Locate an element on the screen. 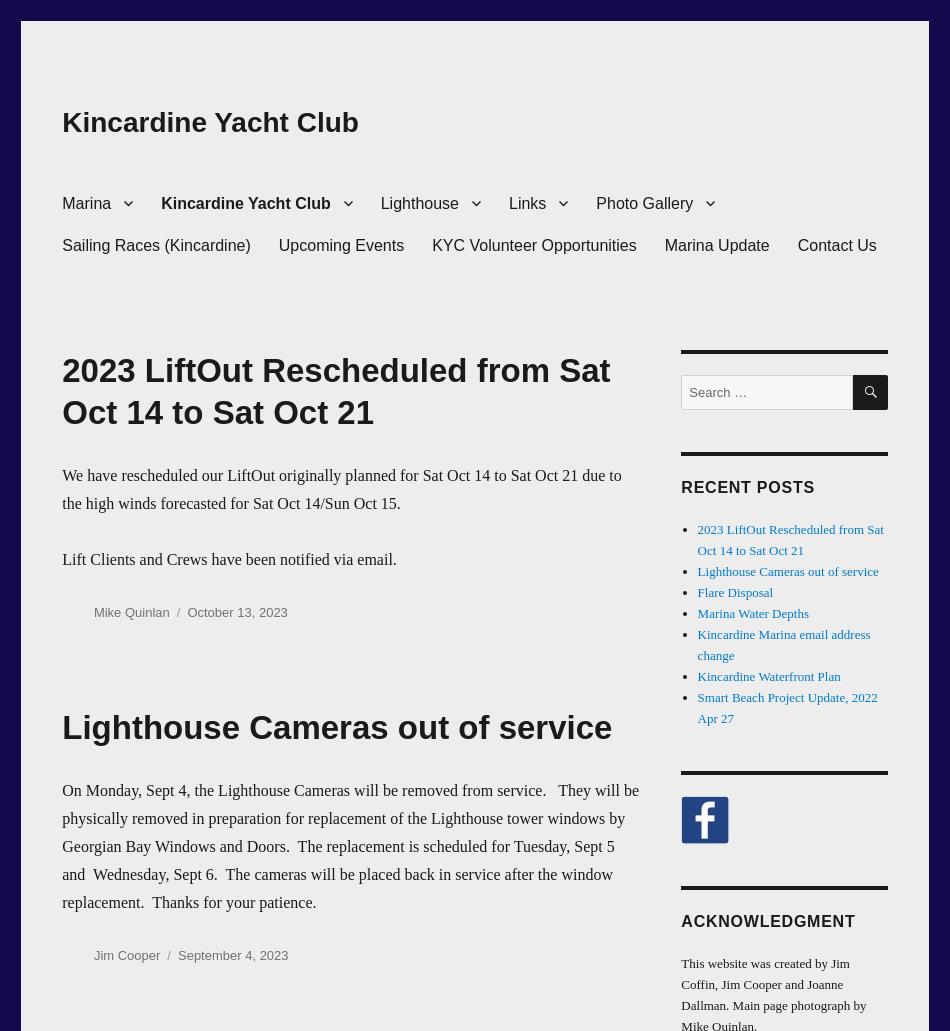 This screenshot has height=1031, width=950. 'Sailing Races (Kincardine)' is located at coordinates (155, 244).